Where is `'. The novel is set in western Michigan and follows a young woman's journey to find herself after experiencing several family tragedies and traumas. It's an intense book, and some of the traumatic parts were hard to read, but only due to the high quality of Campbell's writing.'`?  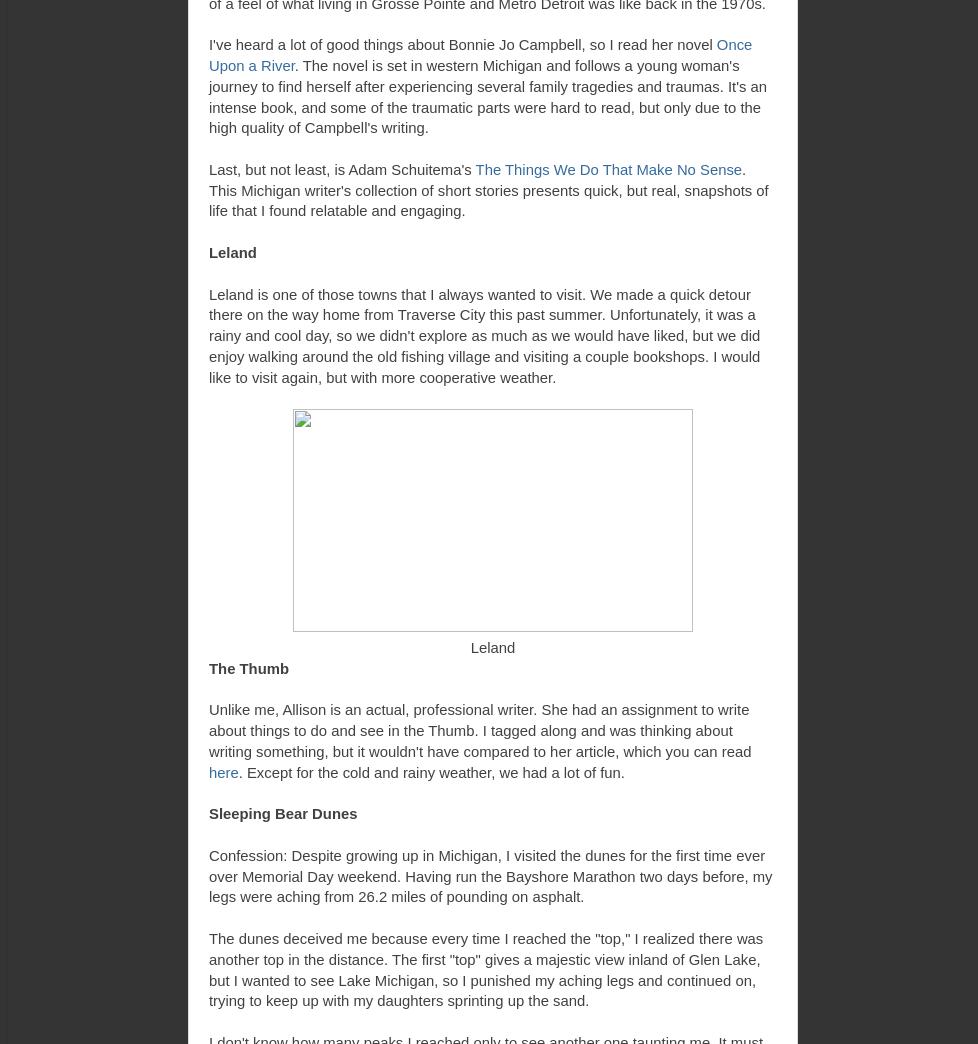 '. The novel is set in western Michigan and follows a young woman's journey to find herself after experiencing several family tragedies and traumas. It's an intense book, and some of the traumatic parts were hard to read, but only due to the high quality of Campbell's writing.' is located at coordinates (487, 96).